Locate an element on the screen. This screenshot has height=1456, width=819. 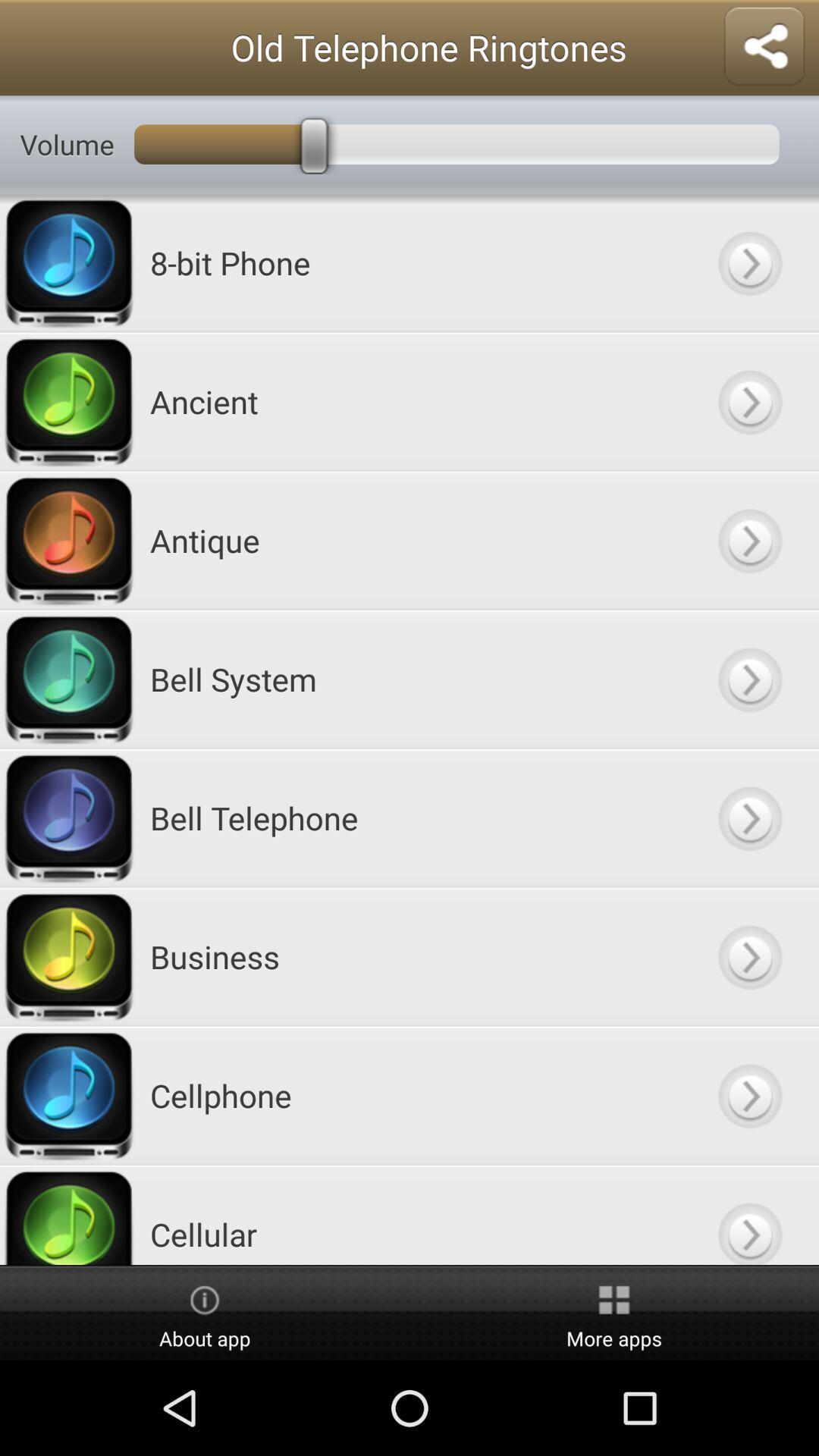
open the selected ringtone page is located at coordinates (748, 1095).